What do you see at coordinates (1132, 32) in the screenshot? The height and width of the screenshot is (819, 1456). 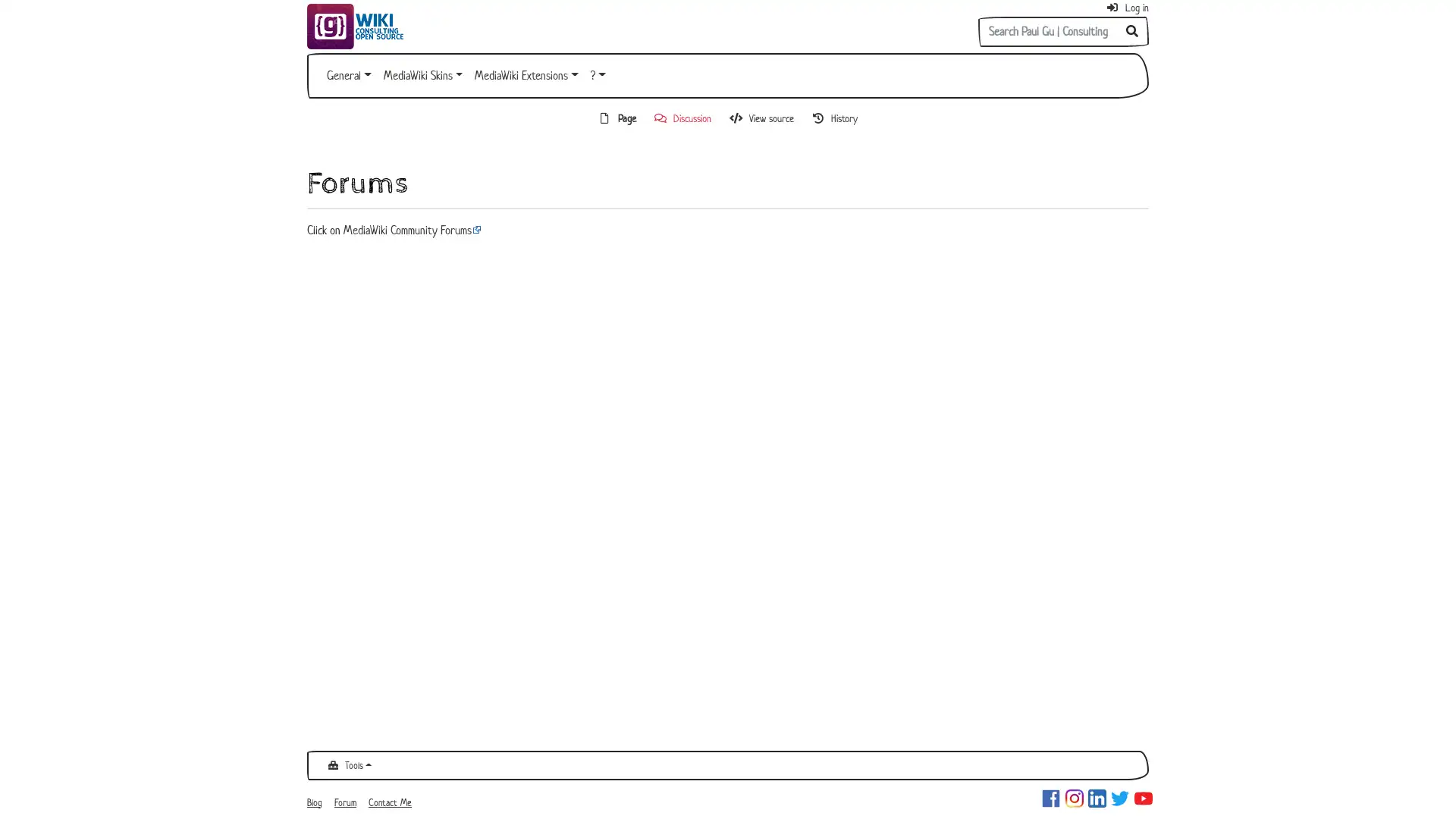 I see `Go to page` at bounding box center [1132, 32].